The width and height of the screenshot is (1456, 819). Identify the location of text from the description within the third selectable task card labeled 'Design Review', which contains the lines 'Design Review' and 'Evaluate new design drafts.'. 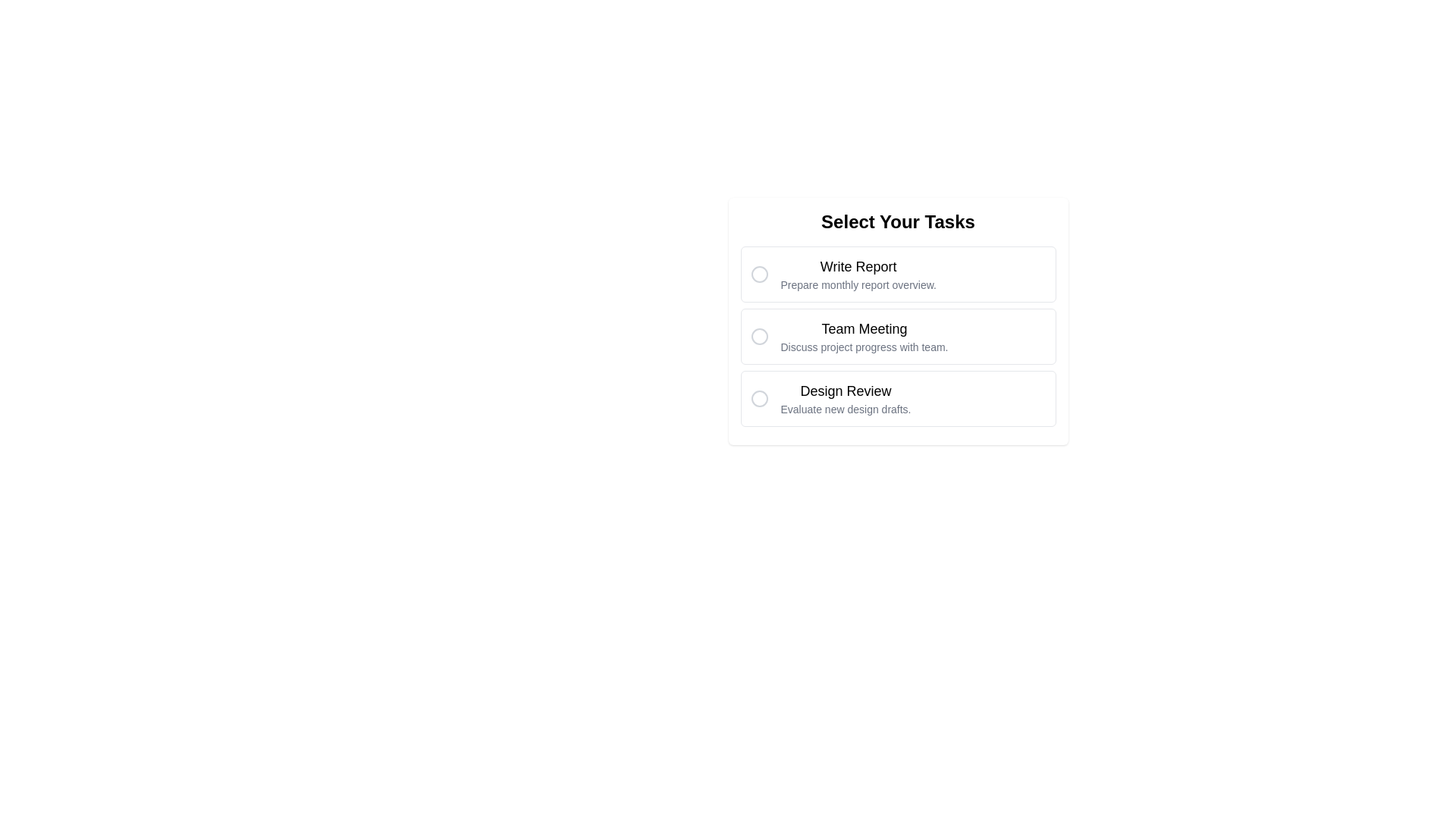
(845, 397).